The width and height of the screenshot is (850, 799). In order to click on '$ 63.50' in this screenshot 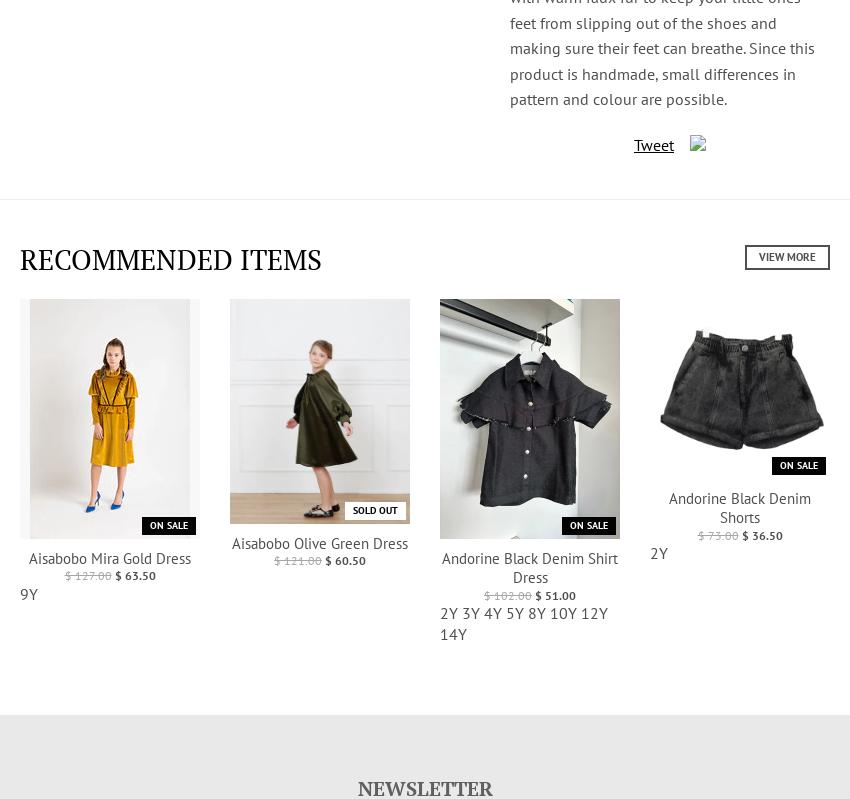, I will do `click(134, 575)`.